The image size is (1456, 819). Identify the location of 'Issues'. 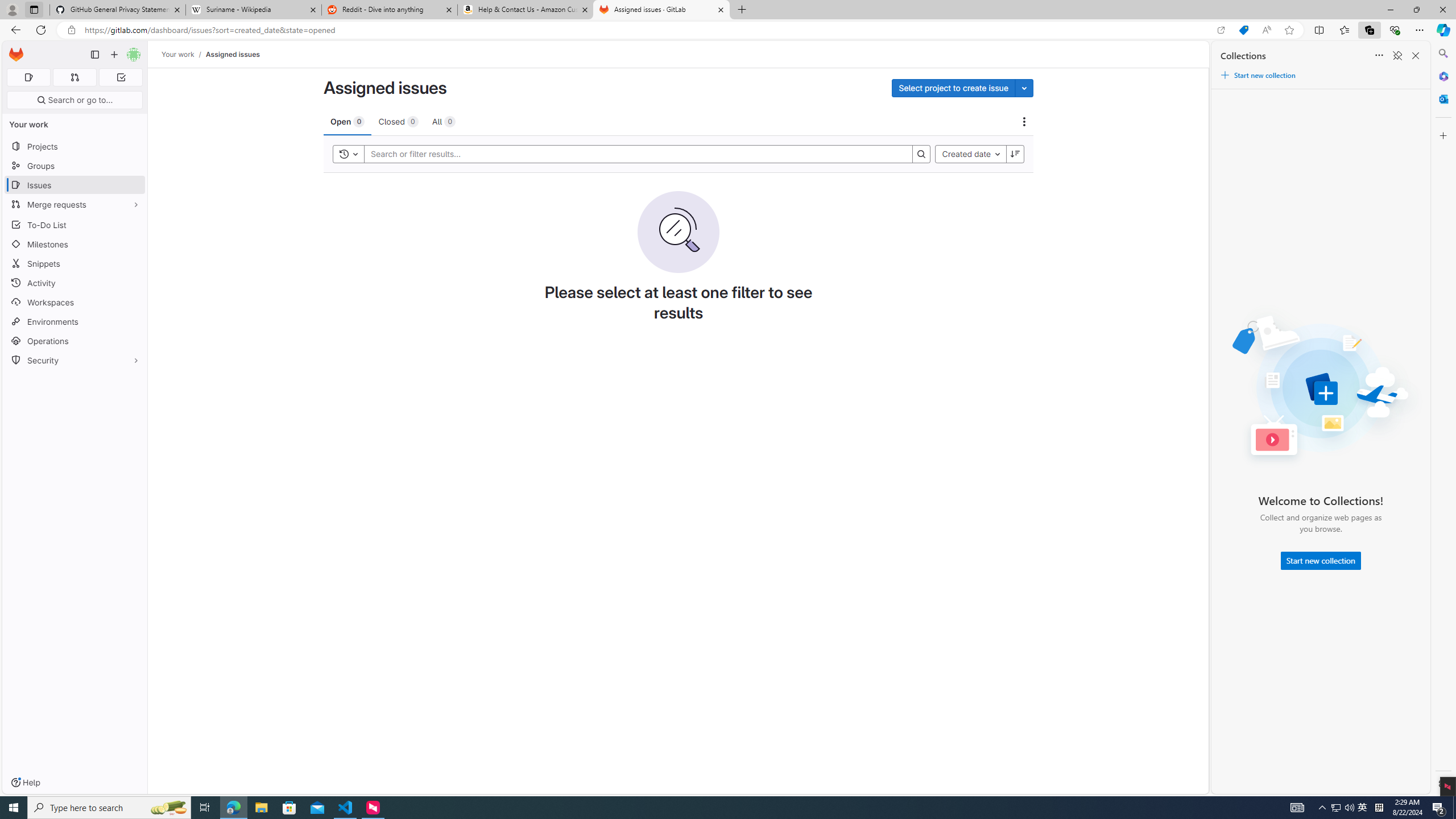
(74, 185).